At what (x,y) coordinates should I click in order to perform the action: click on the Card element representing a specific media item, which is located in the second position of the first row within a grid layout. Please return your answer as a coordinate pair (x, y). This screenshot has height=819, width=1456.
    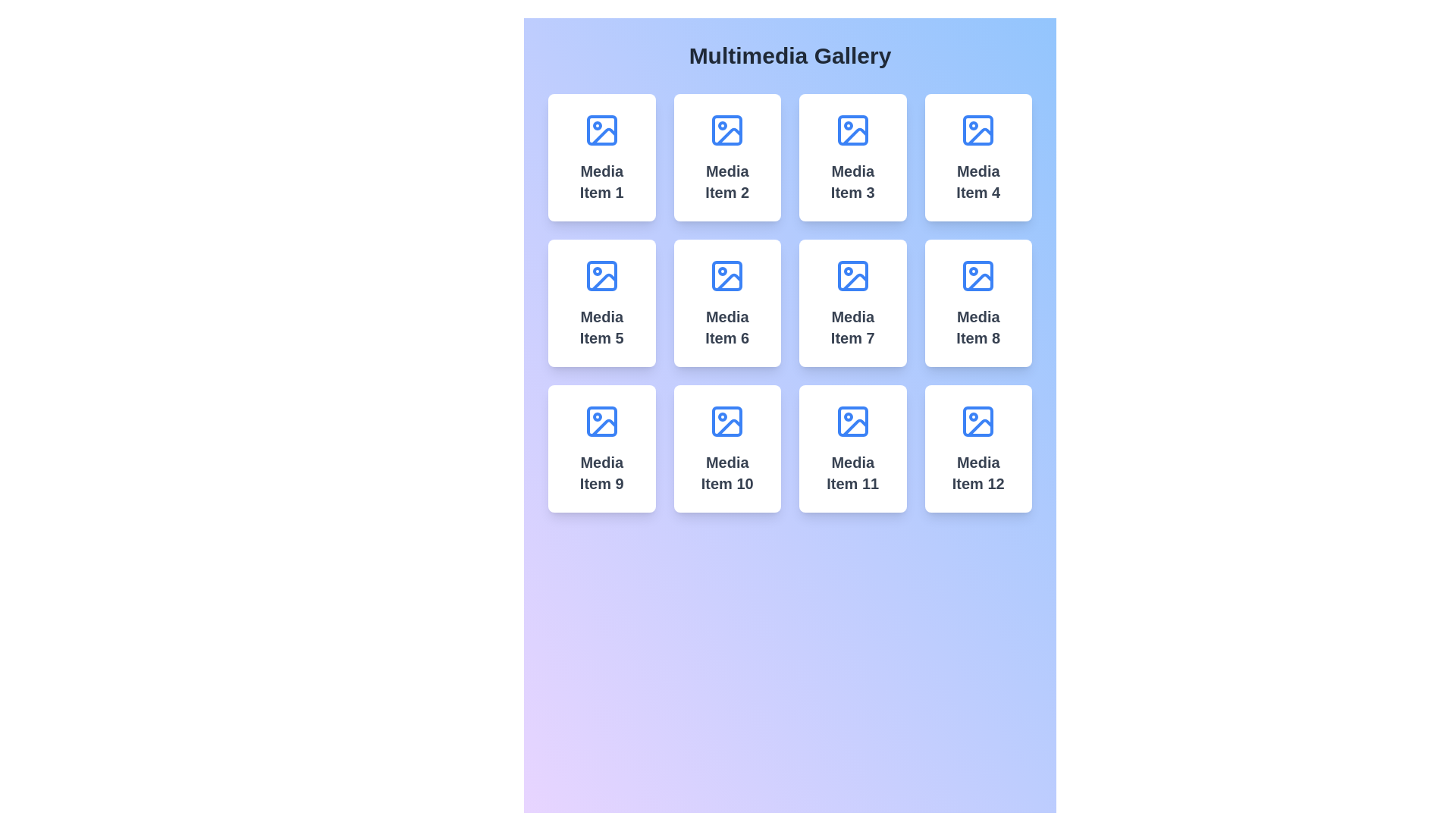
    Looking at the image, I should click on (726, 158).